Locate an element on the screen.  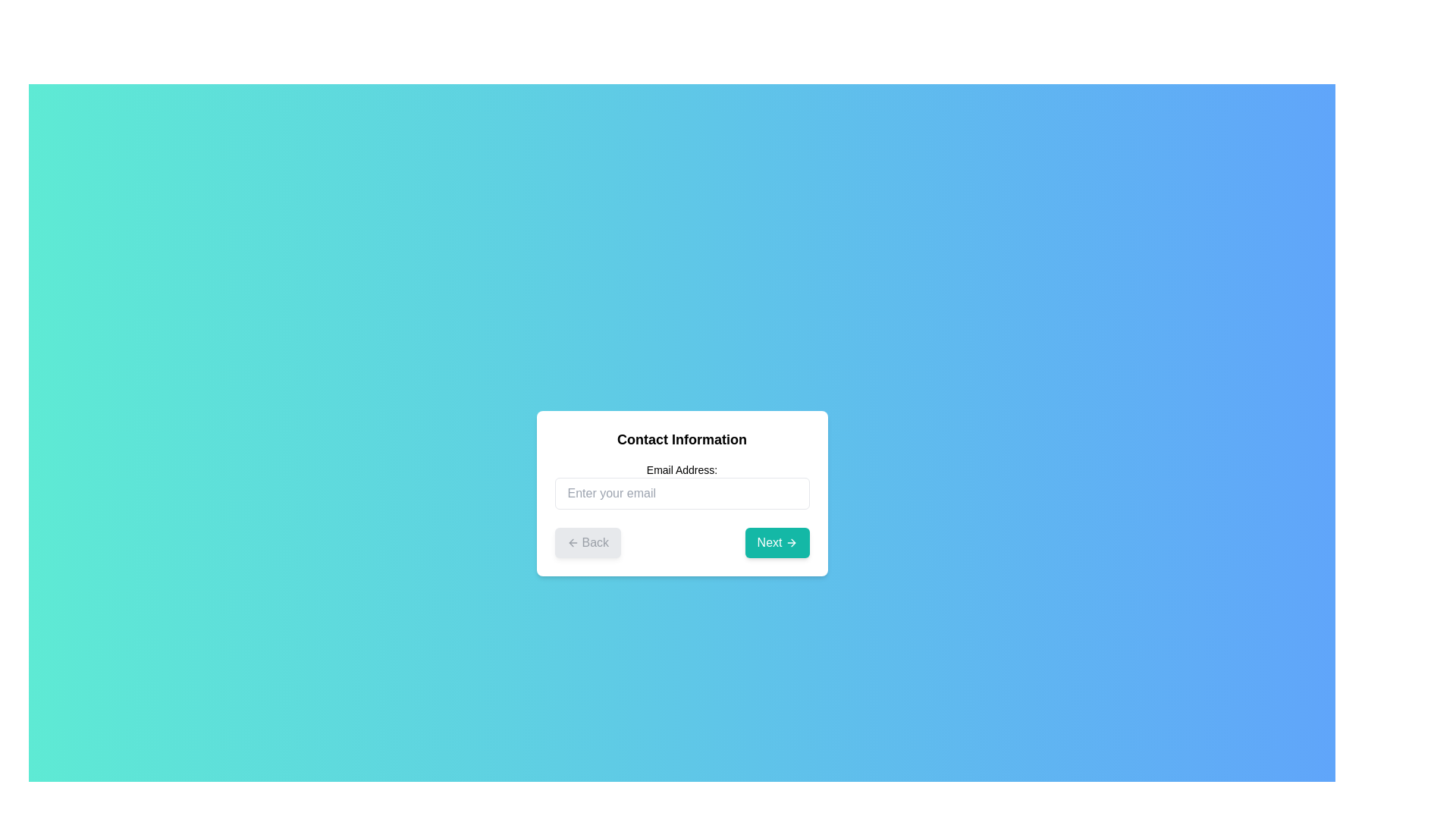
the 'Next' button, which is a teal rectangular button with rounded corners containing white text and a right-facing arrow is located at coordinates (777, 542).